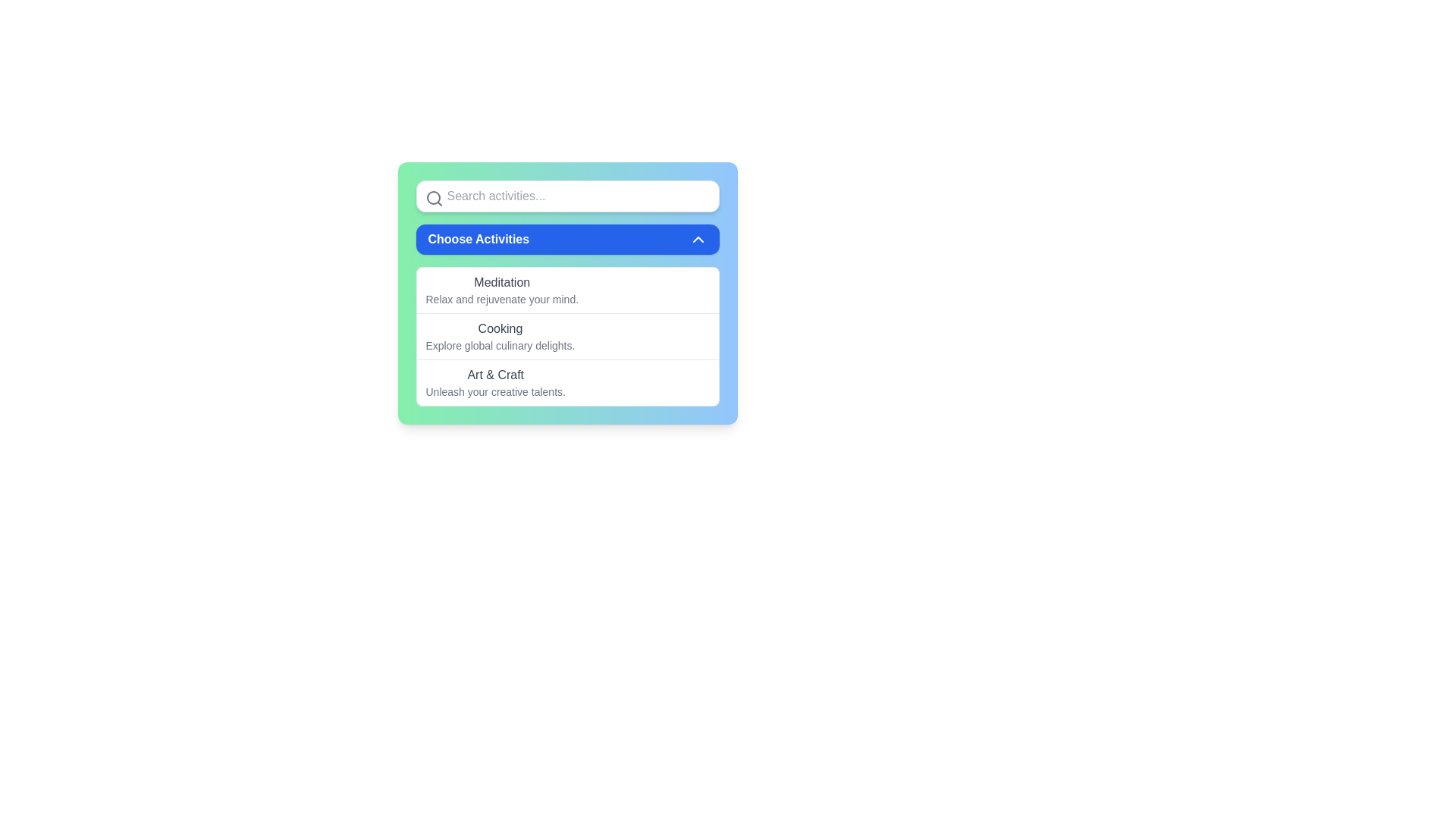 The image size is (1456, 819). Describe the element at coordinates (566, 293) in the screenshot. I see `the activity within the card titled 'Choose Activities'` at that location.